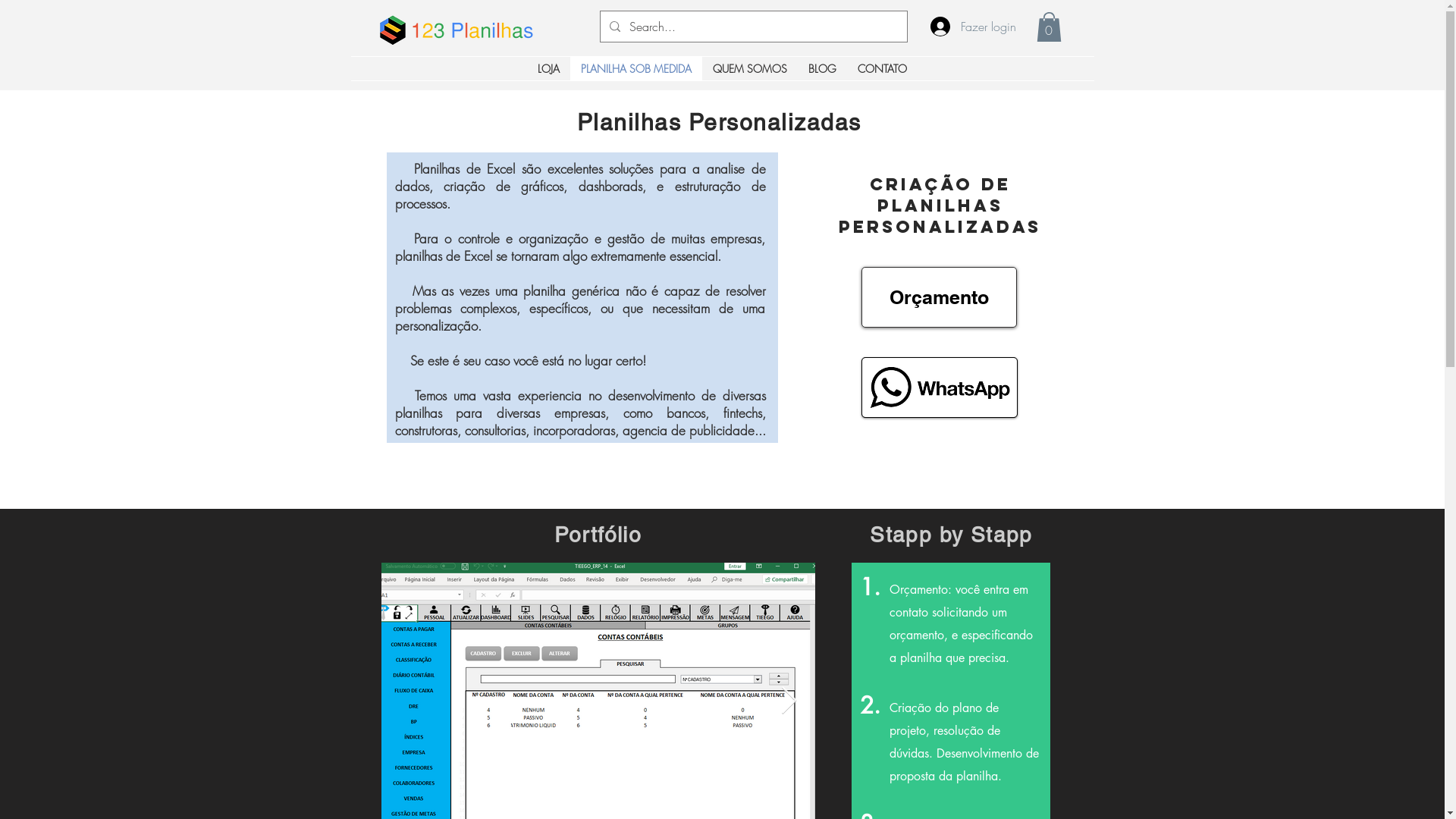  Describe the element at coordinates (636, 68) in the screenshot. I see `'PLANILHA SOB MEDIDA'` at that location.